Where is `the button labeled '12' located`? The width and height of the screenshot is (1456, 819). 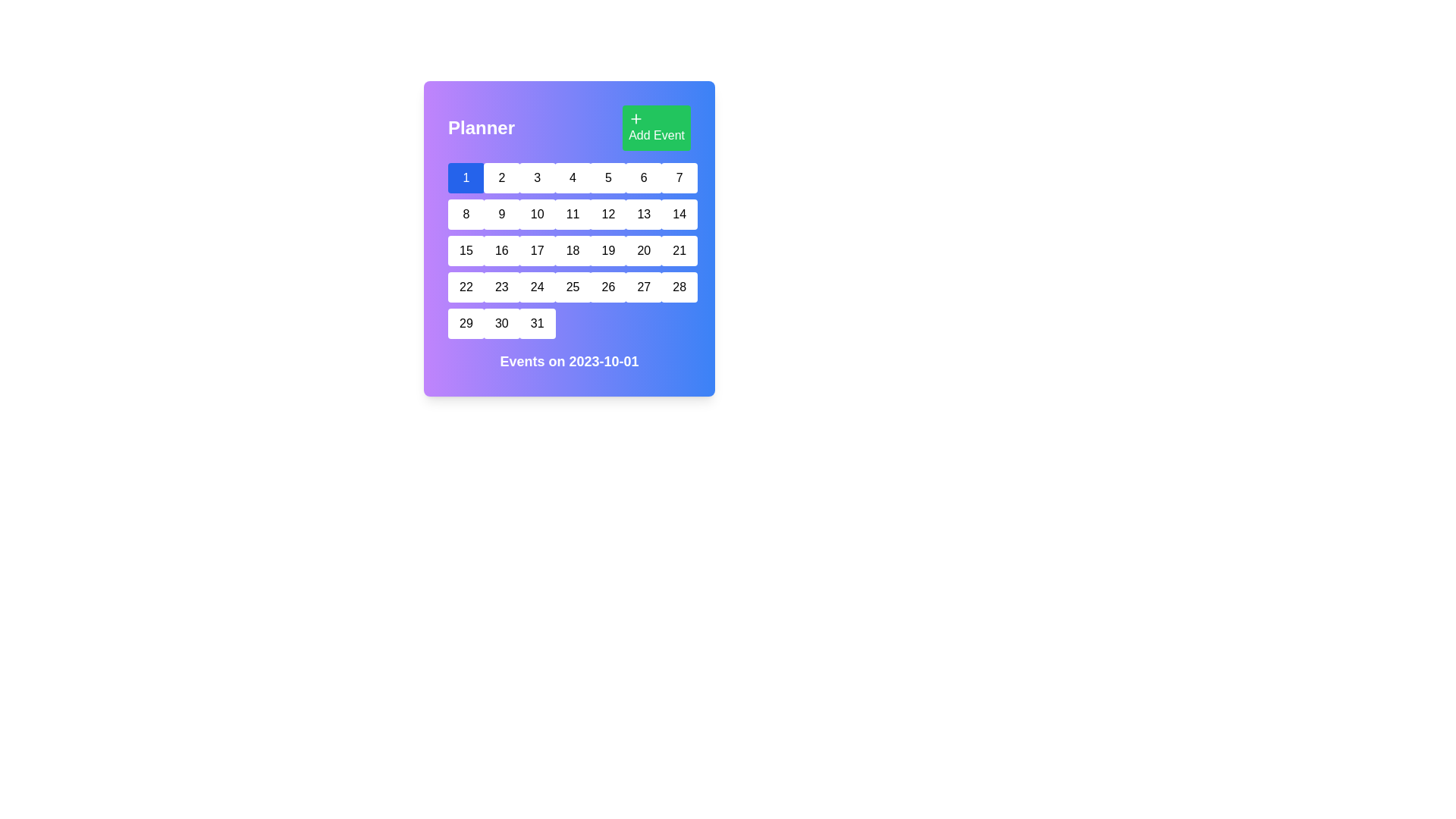 the button labeled '12' located is located at coordinates (608, 214).